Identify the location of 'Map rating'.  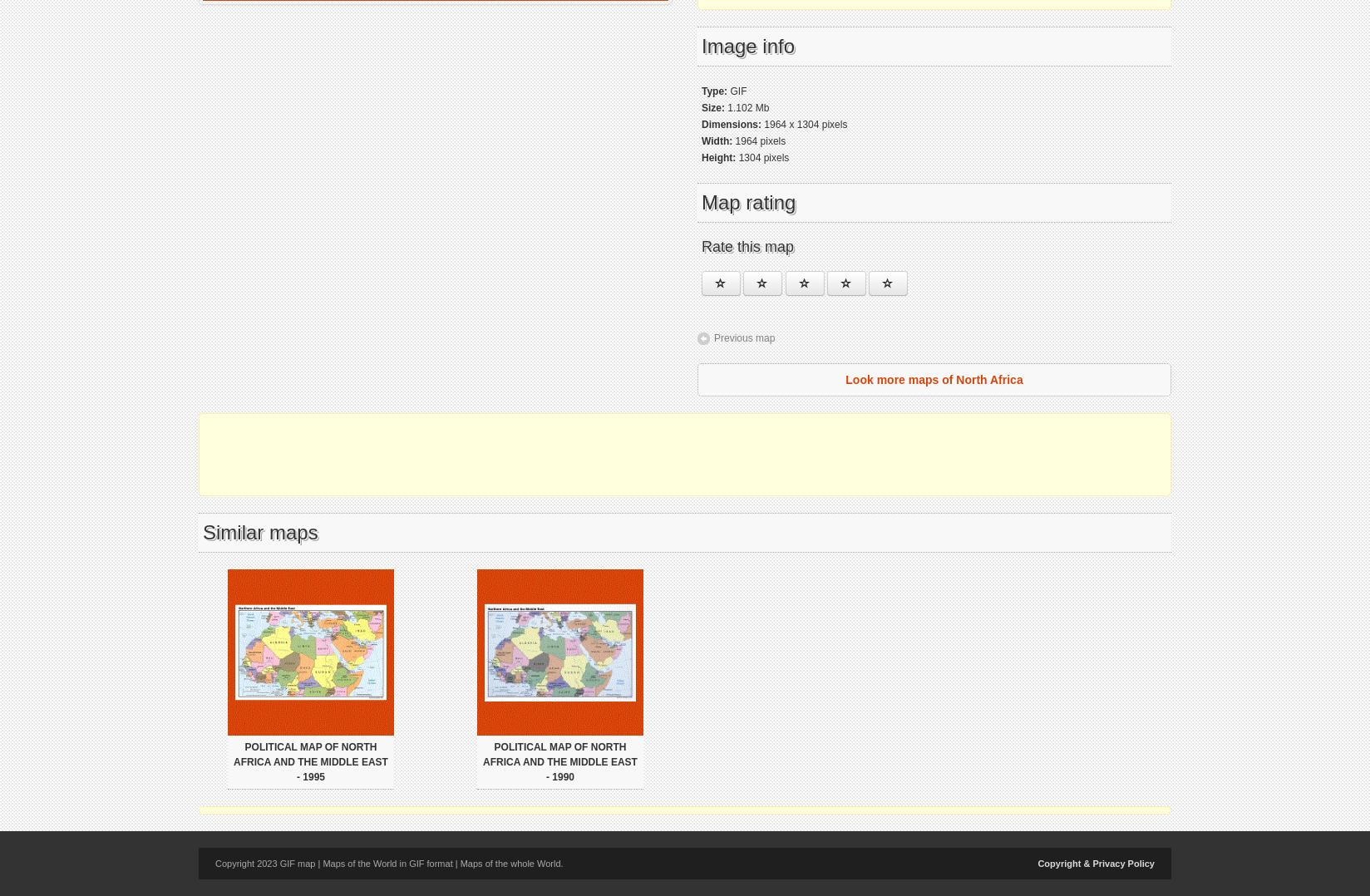
(748, 201).